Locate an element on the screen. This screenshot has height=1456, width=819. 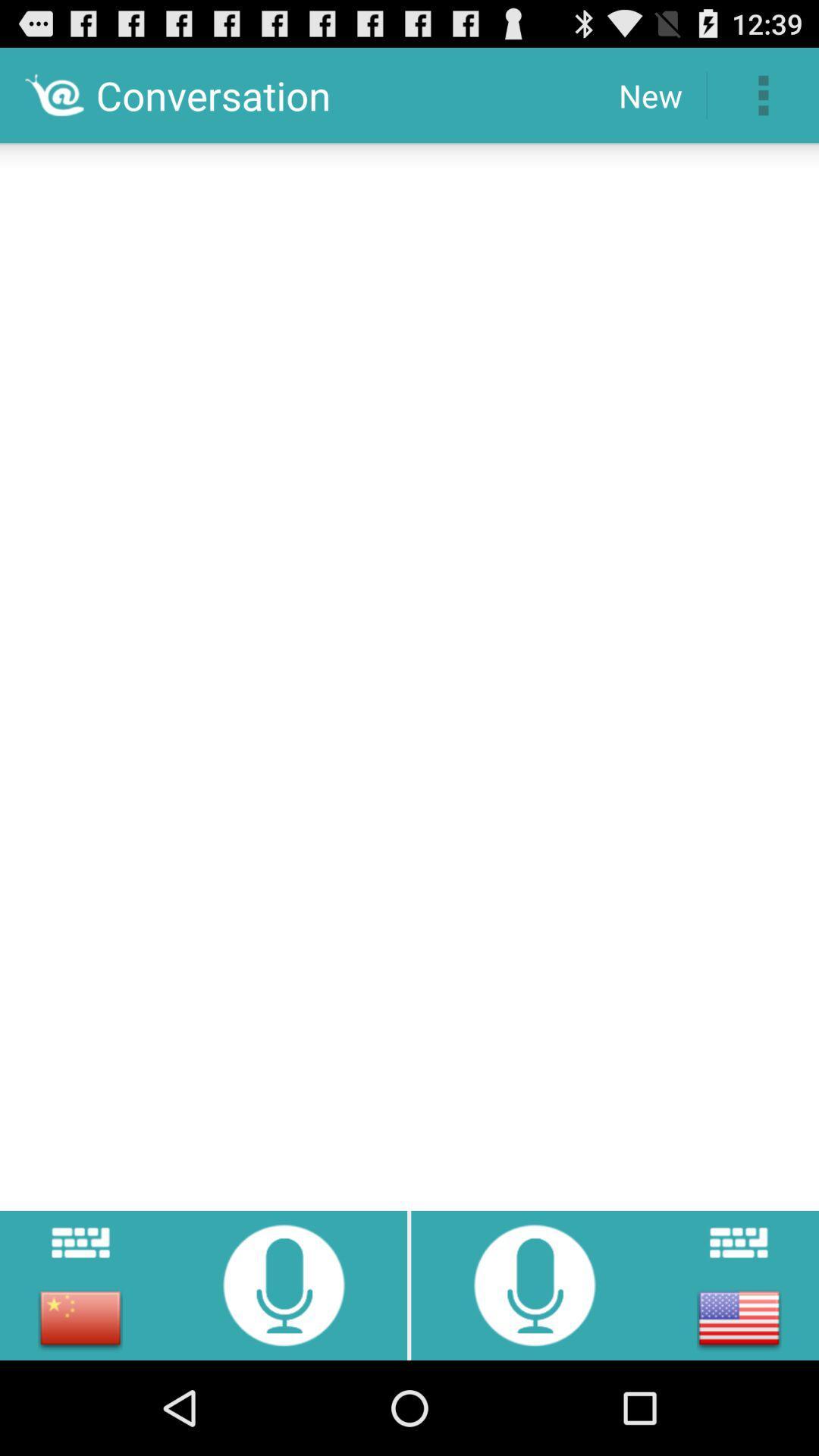
chinese language is located at coordinates (80, 1317).